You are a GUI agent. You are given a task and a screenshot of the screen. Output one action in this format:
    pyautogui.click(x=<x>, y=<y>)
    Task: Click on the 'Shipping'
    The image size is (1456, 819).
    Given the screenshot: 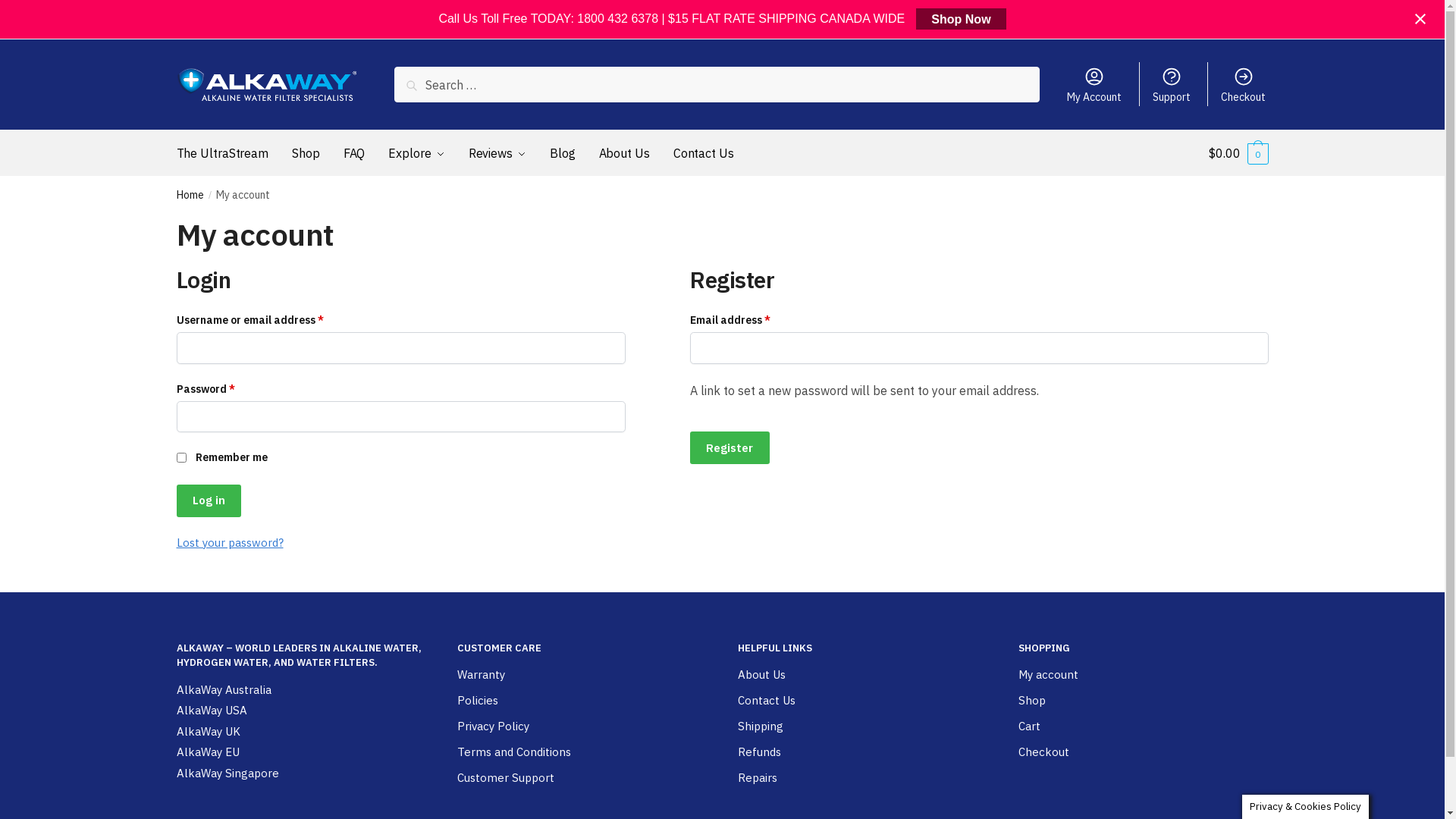 What is the action you would take?
    pyautogui.click(x=760, y=726)
    